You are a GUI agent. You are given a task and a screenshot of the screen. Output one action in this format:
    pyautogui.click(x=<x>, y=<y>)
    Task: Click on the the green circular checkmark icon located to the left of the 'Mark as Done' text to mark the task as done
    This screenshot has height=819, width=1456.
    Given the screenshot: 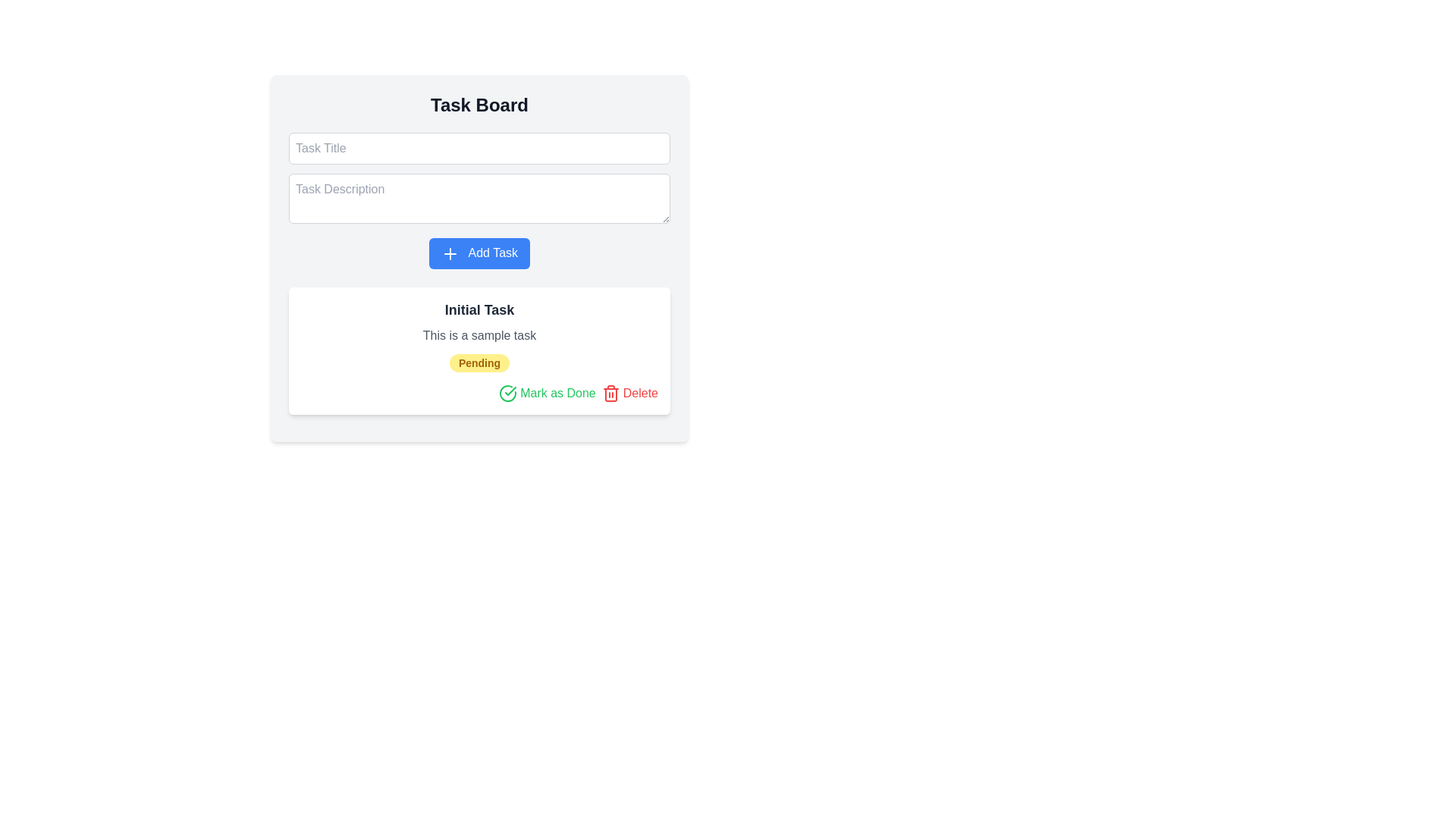 What is the action you would take?
    pyautogui.click(x=508, y=392)
    